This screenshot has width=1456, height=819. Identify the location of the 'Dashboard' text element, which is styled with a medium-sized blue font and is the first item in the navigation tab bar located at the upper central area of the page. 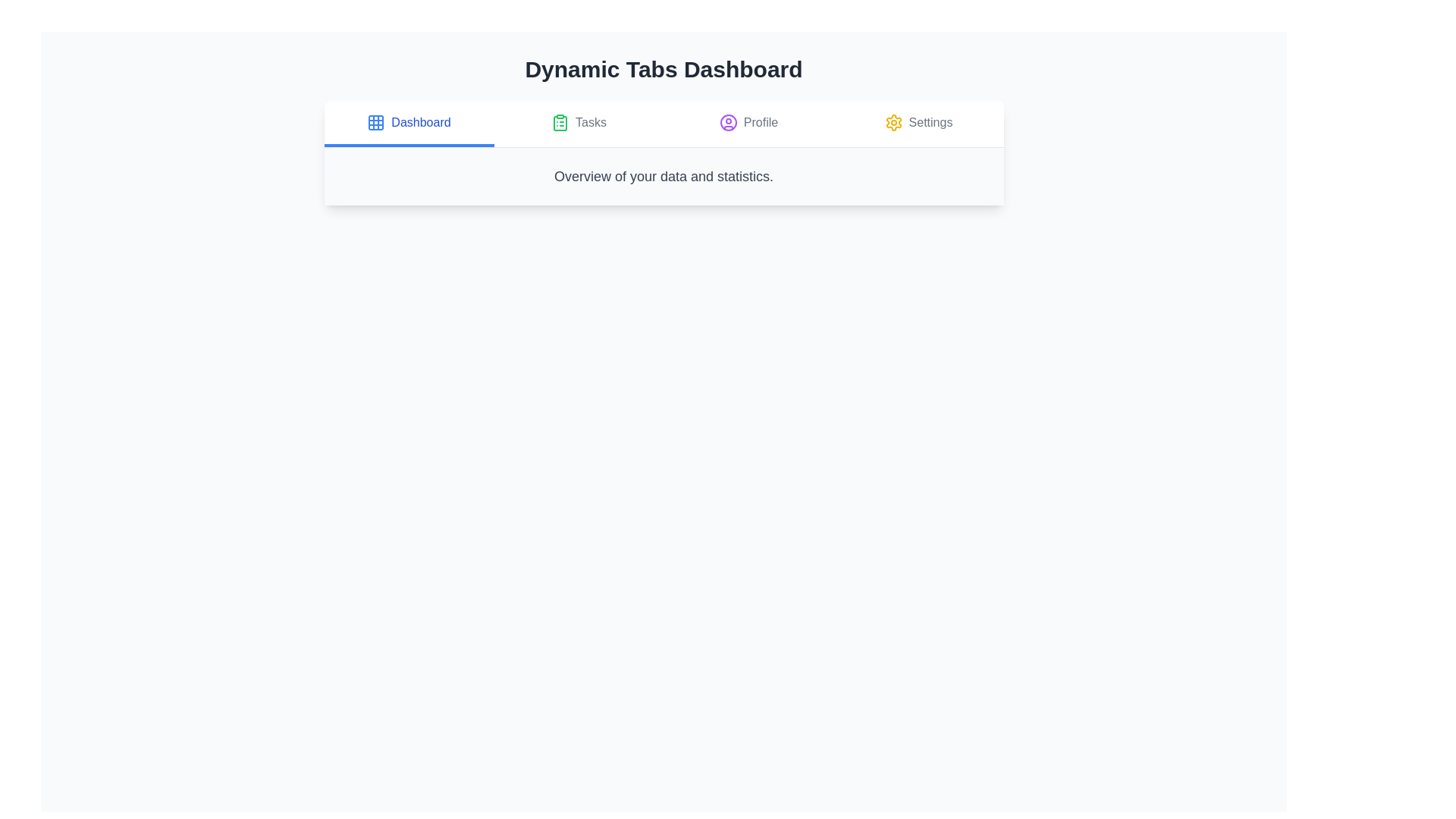
(421, 122).